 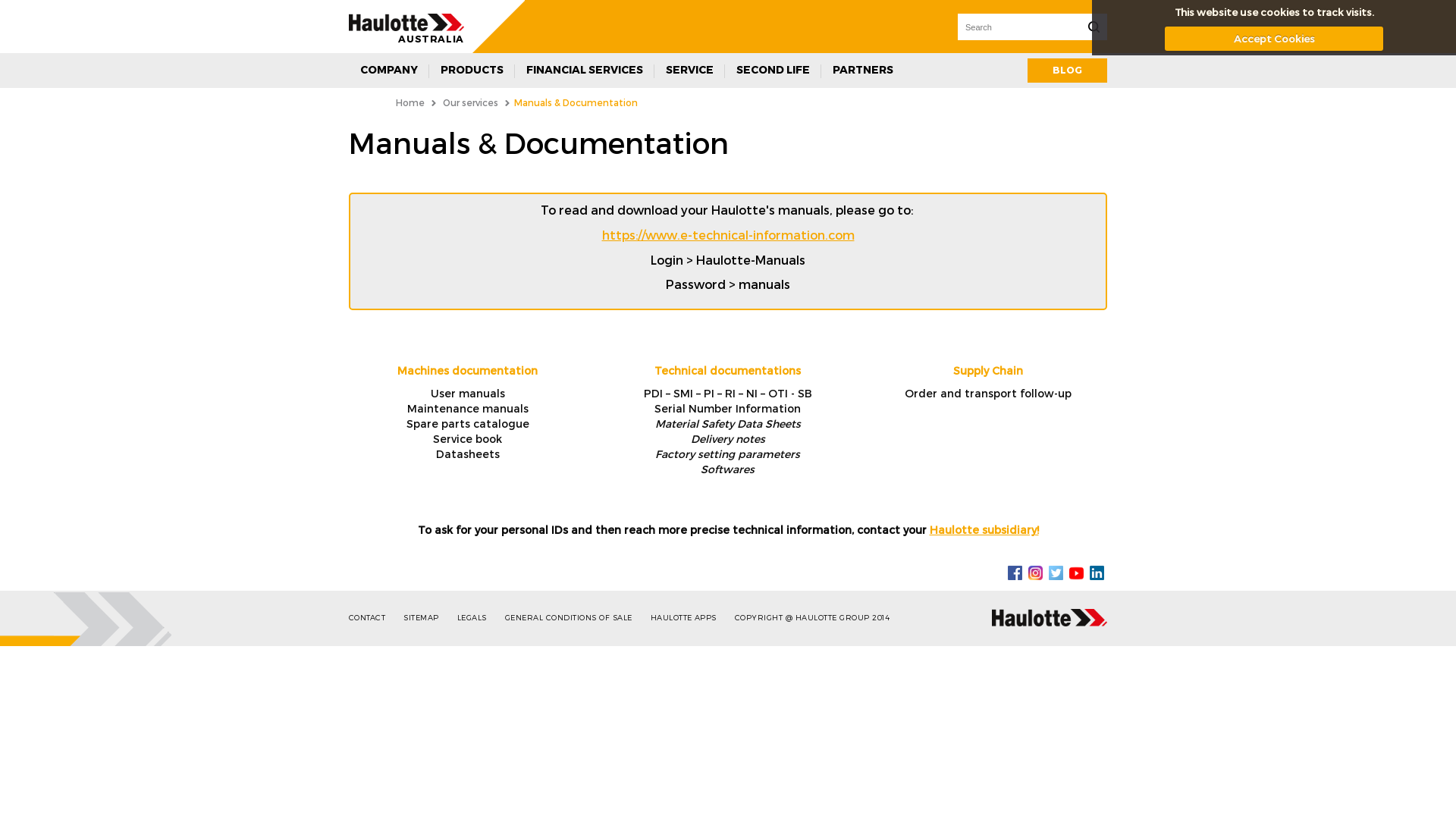 What do you see at coordinates (690, 617) in the screenshot?
I see `'HAULOTTE APPS'` at bounding box center [690, 617].